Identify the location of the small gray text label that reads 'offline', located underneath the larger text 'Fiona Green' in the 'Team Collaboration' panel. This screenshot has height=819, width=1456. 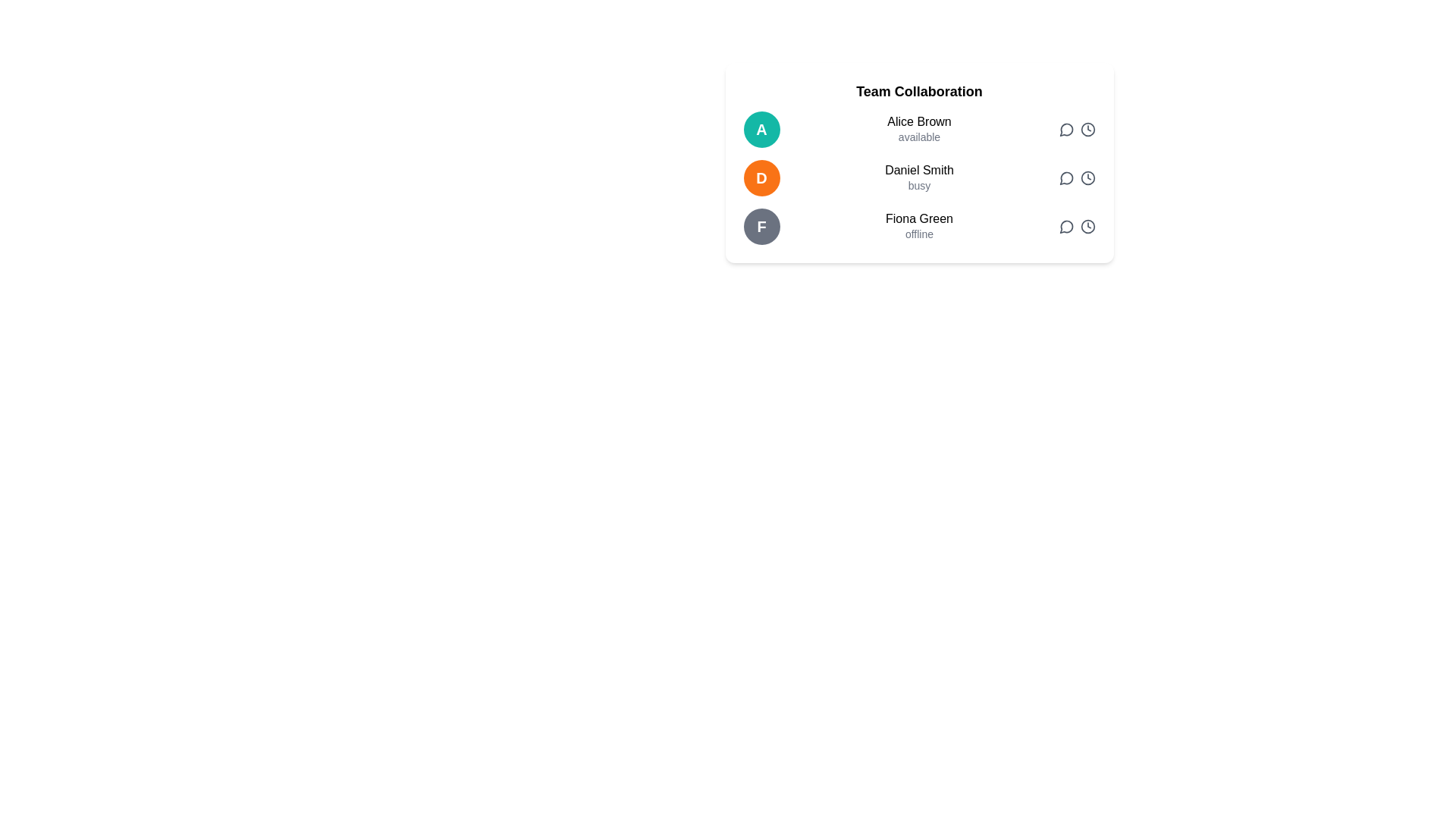
(918, 234).